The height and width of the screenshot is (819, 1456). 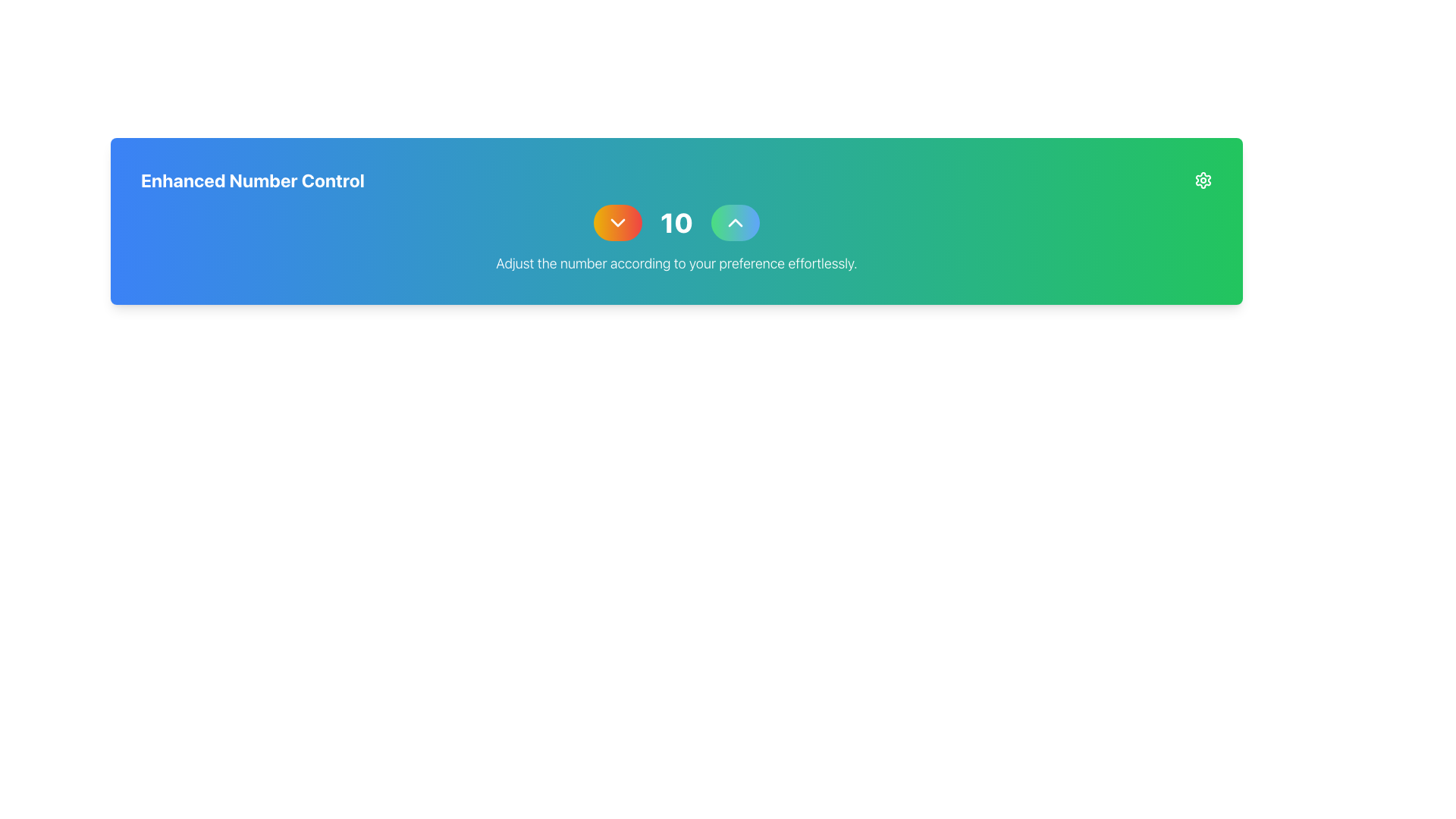 I want to click on the Text Label that displays a numeric value, located at the center of a group of elements with buttons on either side, so click(x=676, y=222).